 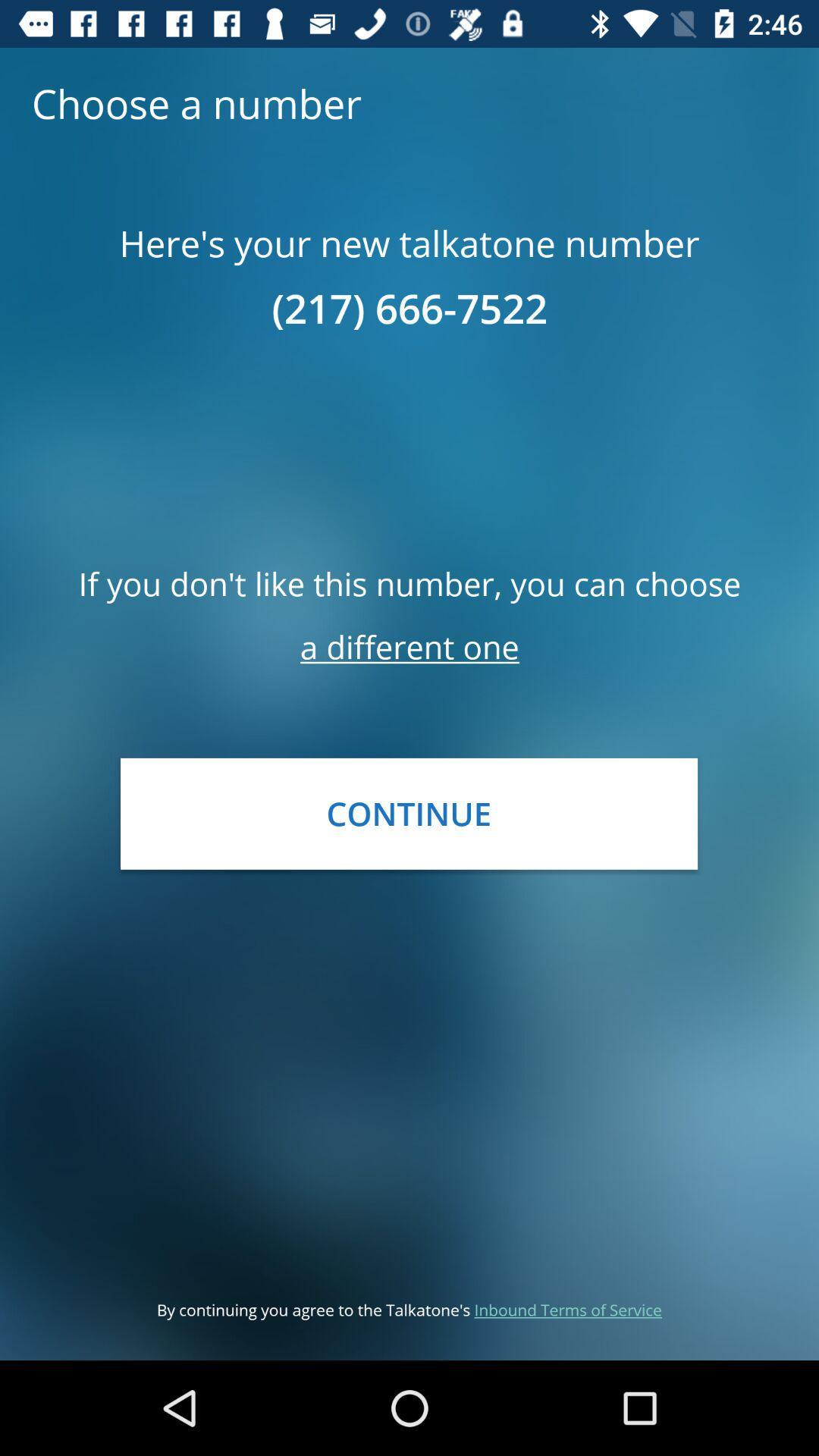 What do you see at coordinates (409, 1309) in the screenshot?
I see `by continuing you icon` at bounding box center [409, 1309].